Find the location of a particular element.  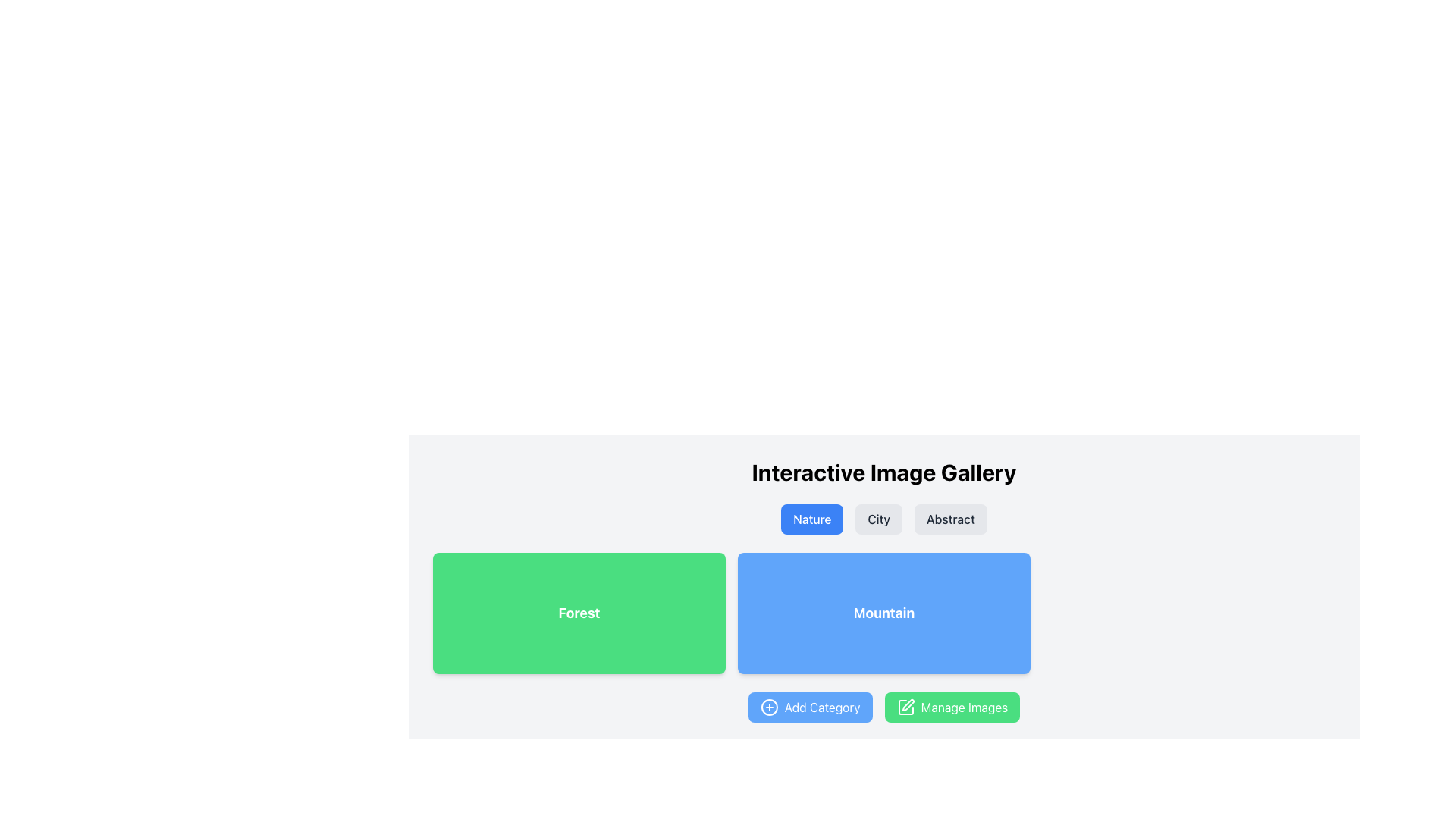

the selectable button representing the 'Forest' category, which is the first item in a grid layout located to the left of the 'Mountain' button is located at coordinates (578, 613).